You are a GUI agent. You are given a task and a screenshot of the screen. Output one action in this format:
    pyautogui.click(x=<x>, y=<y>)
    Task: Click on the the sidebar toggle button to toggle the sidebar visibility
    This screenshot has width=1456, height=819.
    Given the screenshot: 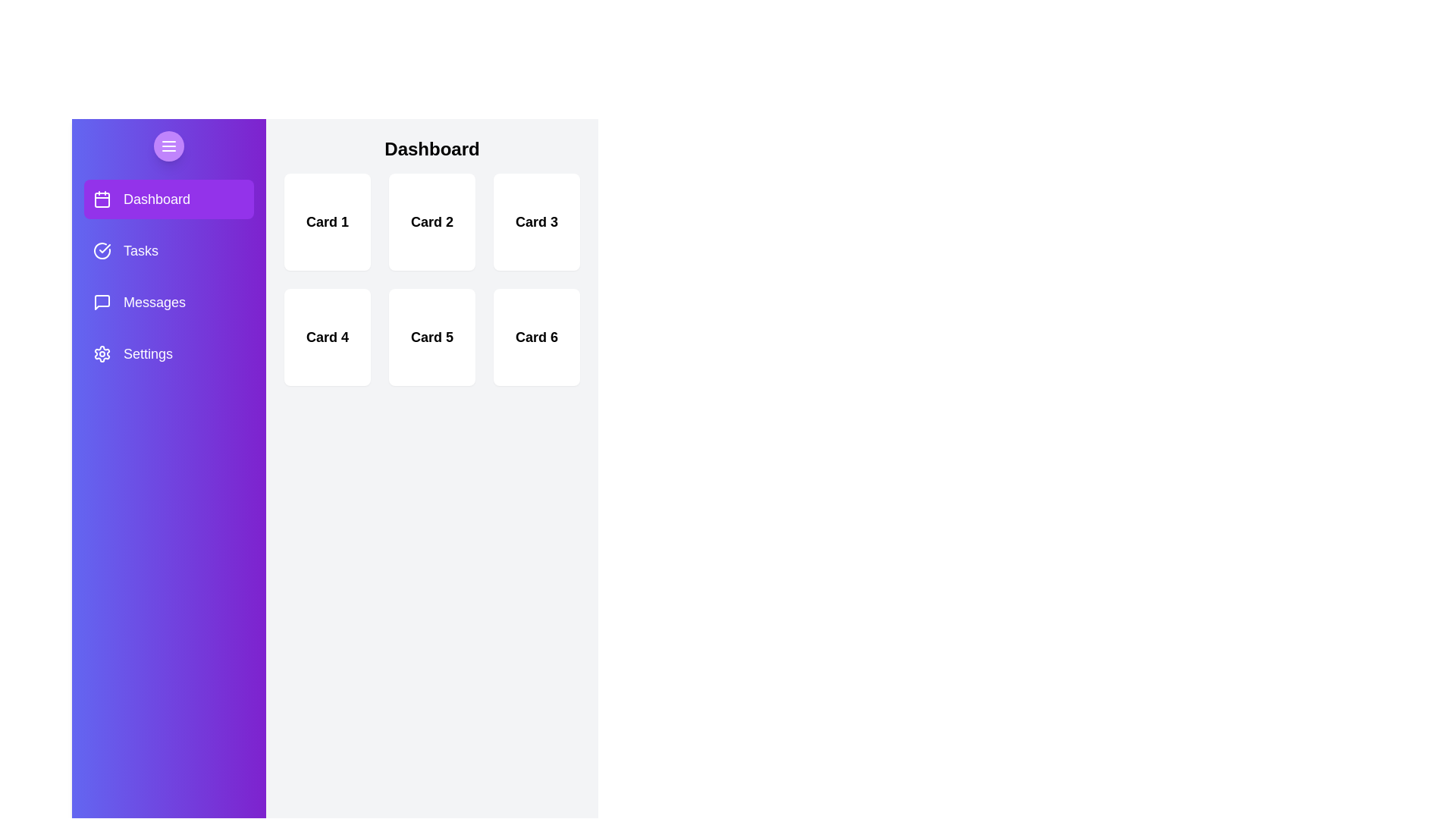 What is the action you would take?
    pyautogui.click(x=168, y=146)
    